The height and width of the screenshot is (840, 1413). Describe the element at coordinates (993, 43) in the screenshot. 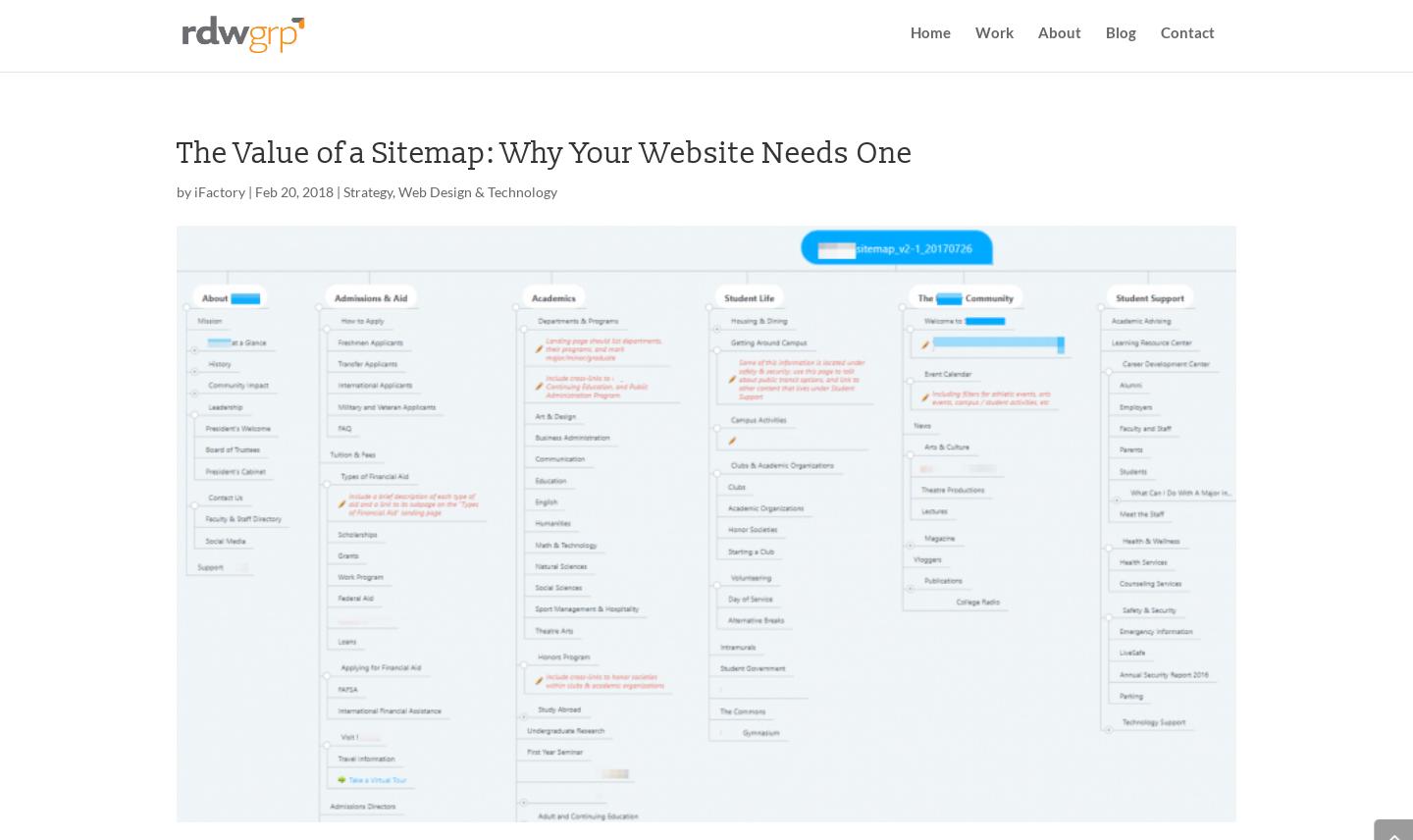

I see `'Work'` at that location.